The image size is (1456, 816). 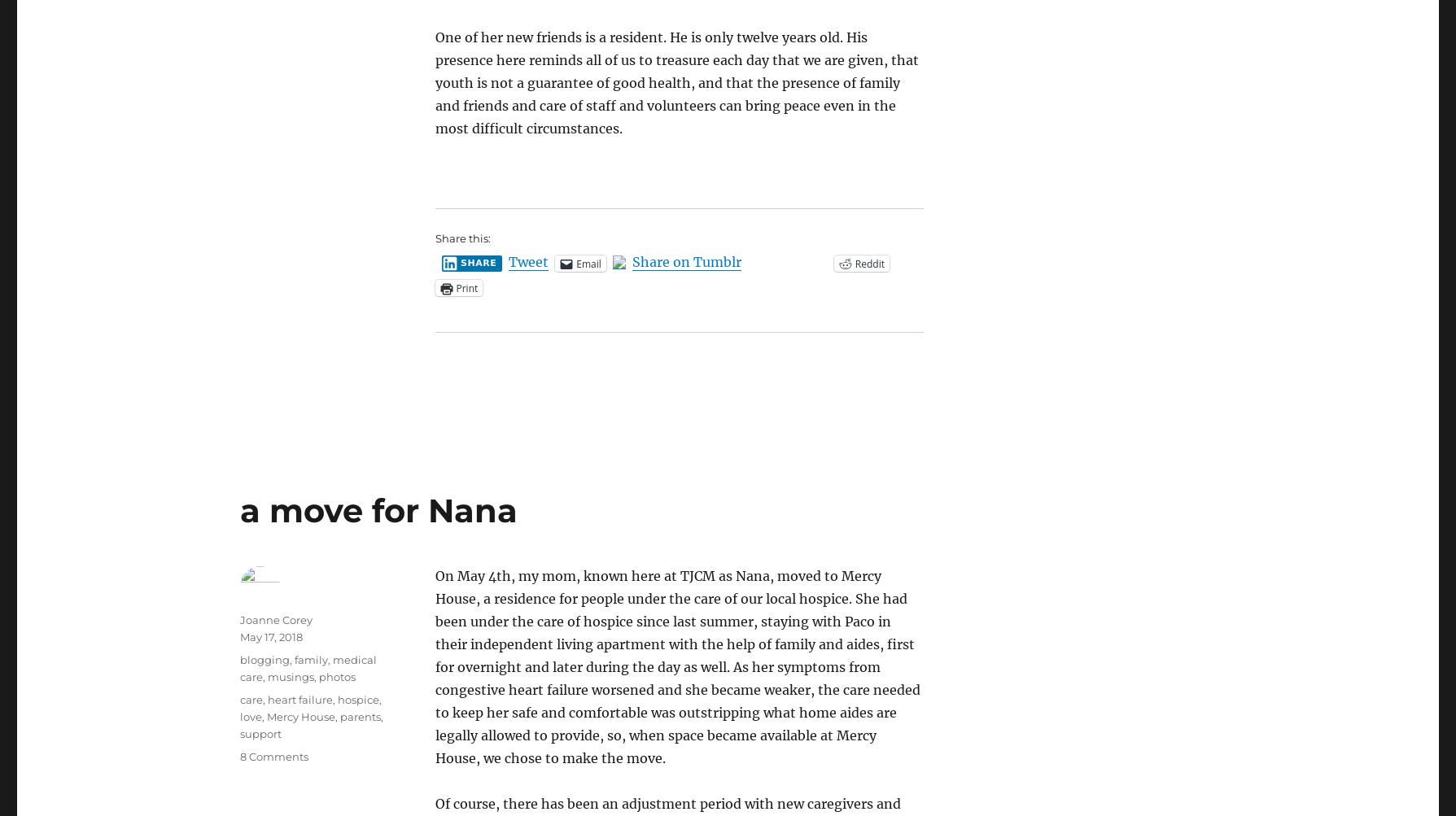 I want to click on 'blogging', so click(x=263, y=660).